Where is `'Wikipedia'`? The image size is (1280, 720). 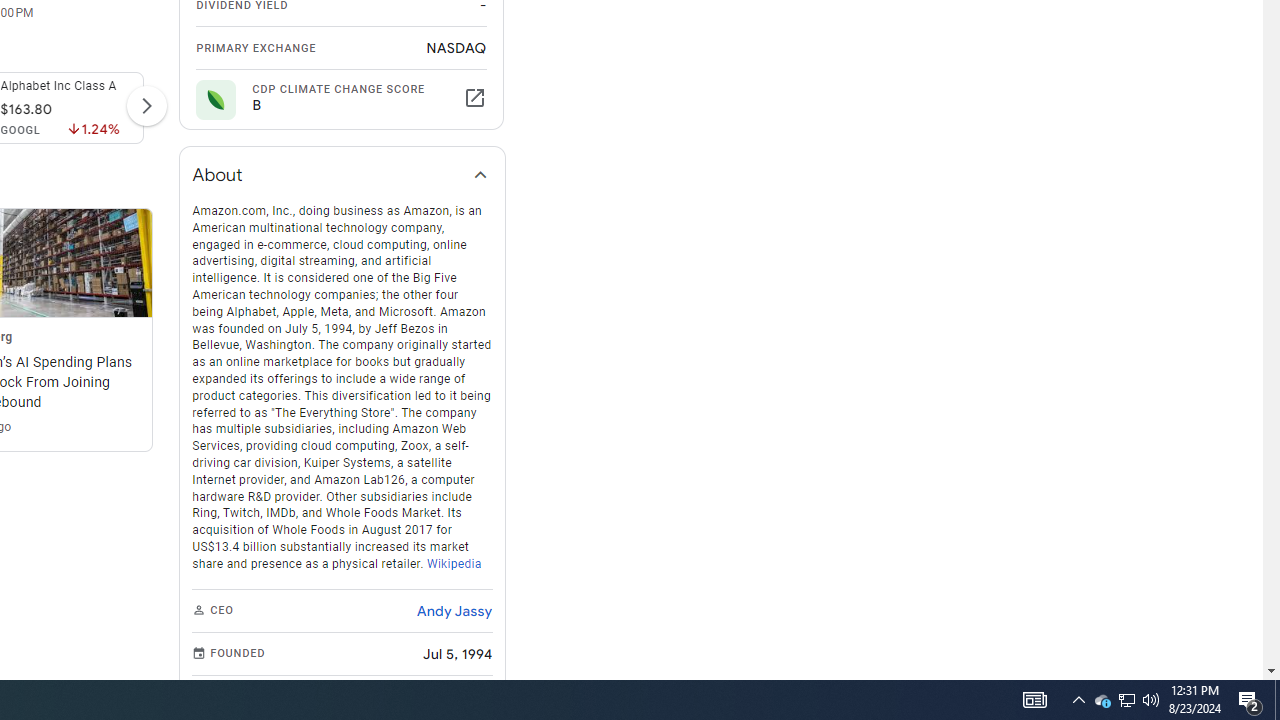 'Wikipedia' is located at coordinates (453, 563).